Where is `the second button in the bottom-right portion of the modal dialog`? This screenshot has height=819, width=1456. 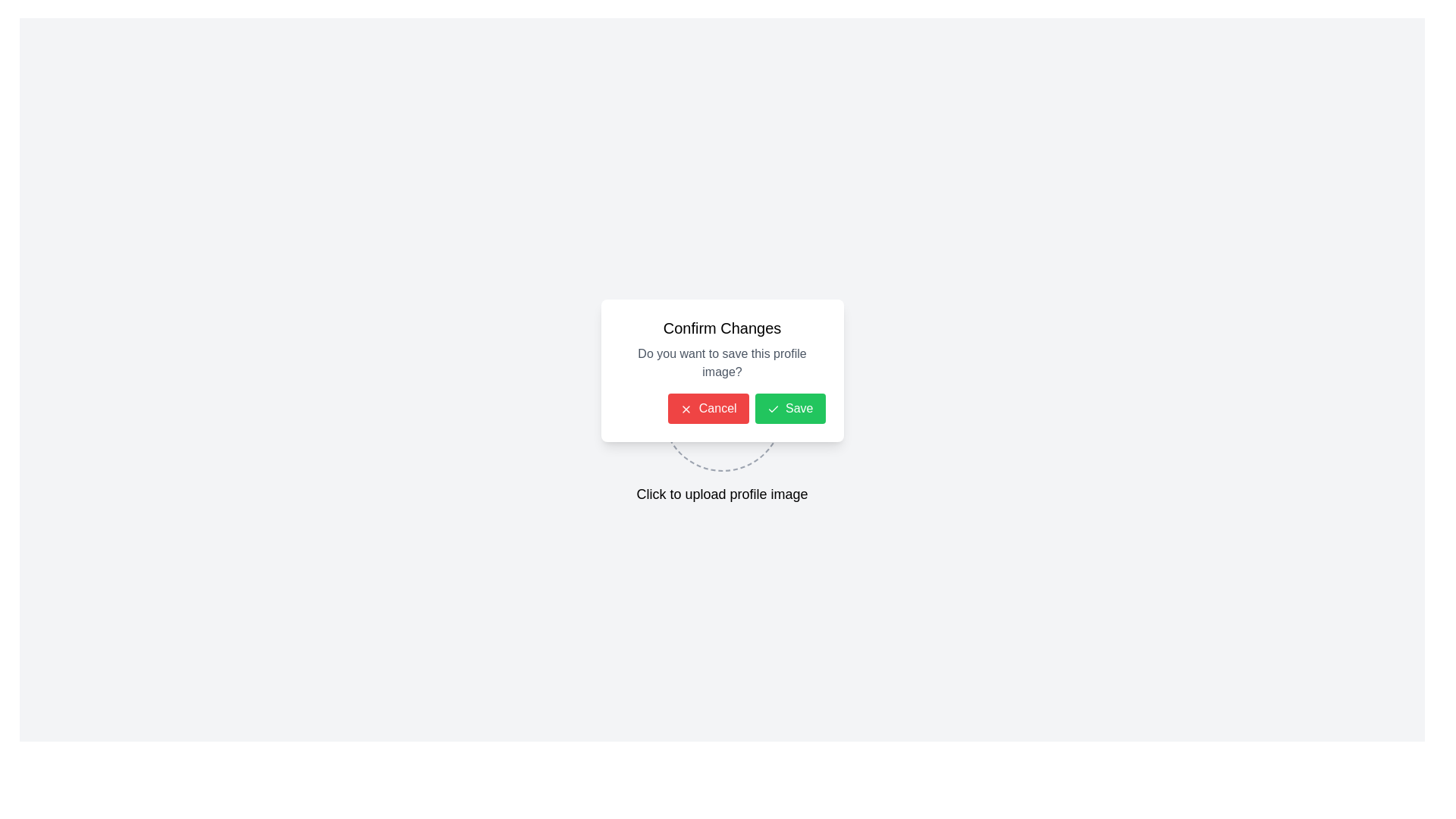 the second button in the bottom-right portion of the modal dialog is located at coordinates (789, 408).